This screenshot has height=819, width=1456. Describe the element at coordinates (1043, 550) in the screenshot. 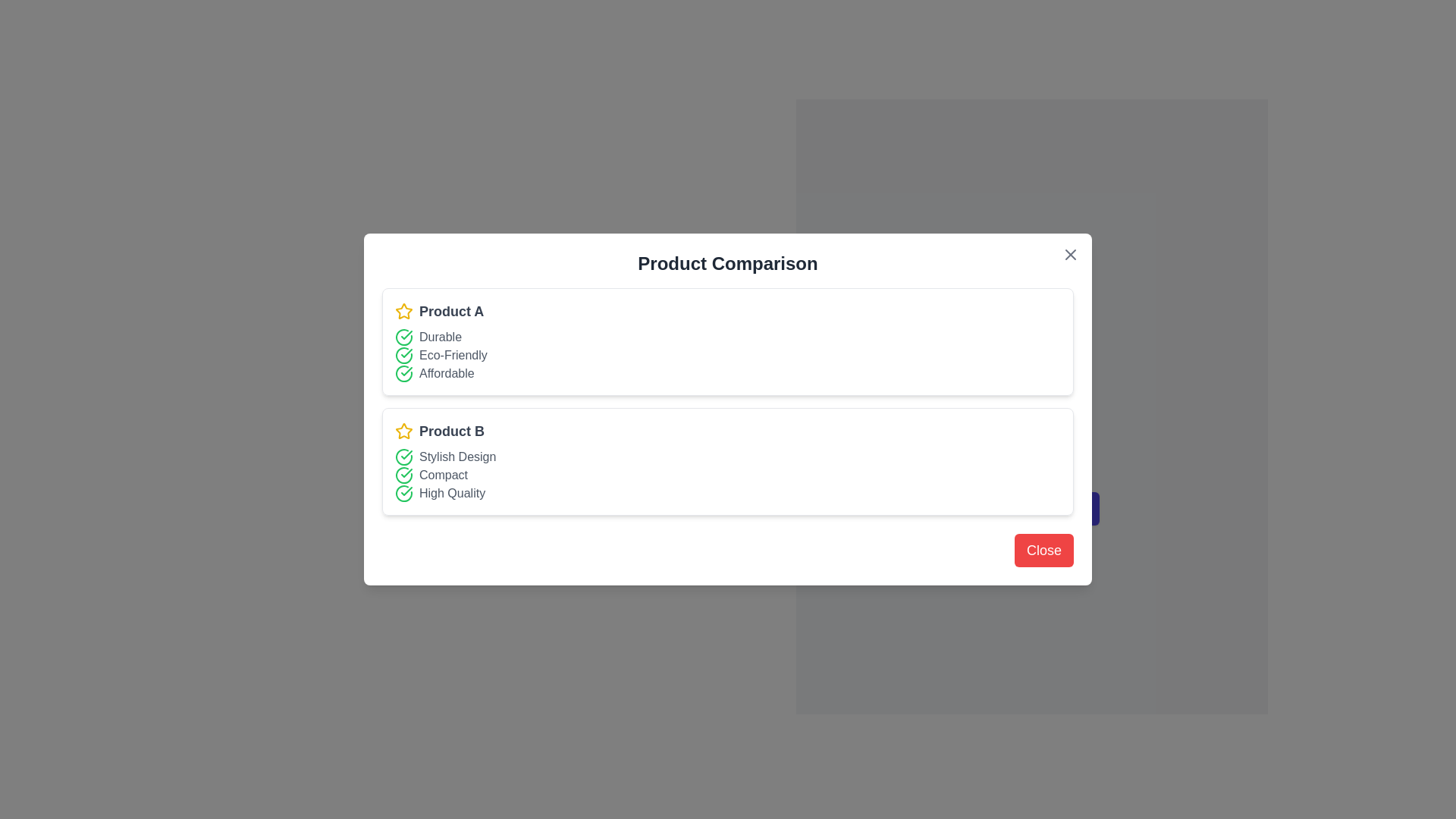

I see `the 'Close' button with a red background and white text located at the bottom-right corner of the dialog box` at that location.